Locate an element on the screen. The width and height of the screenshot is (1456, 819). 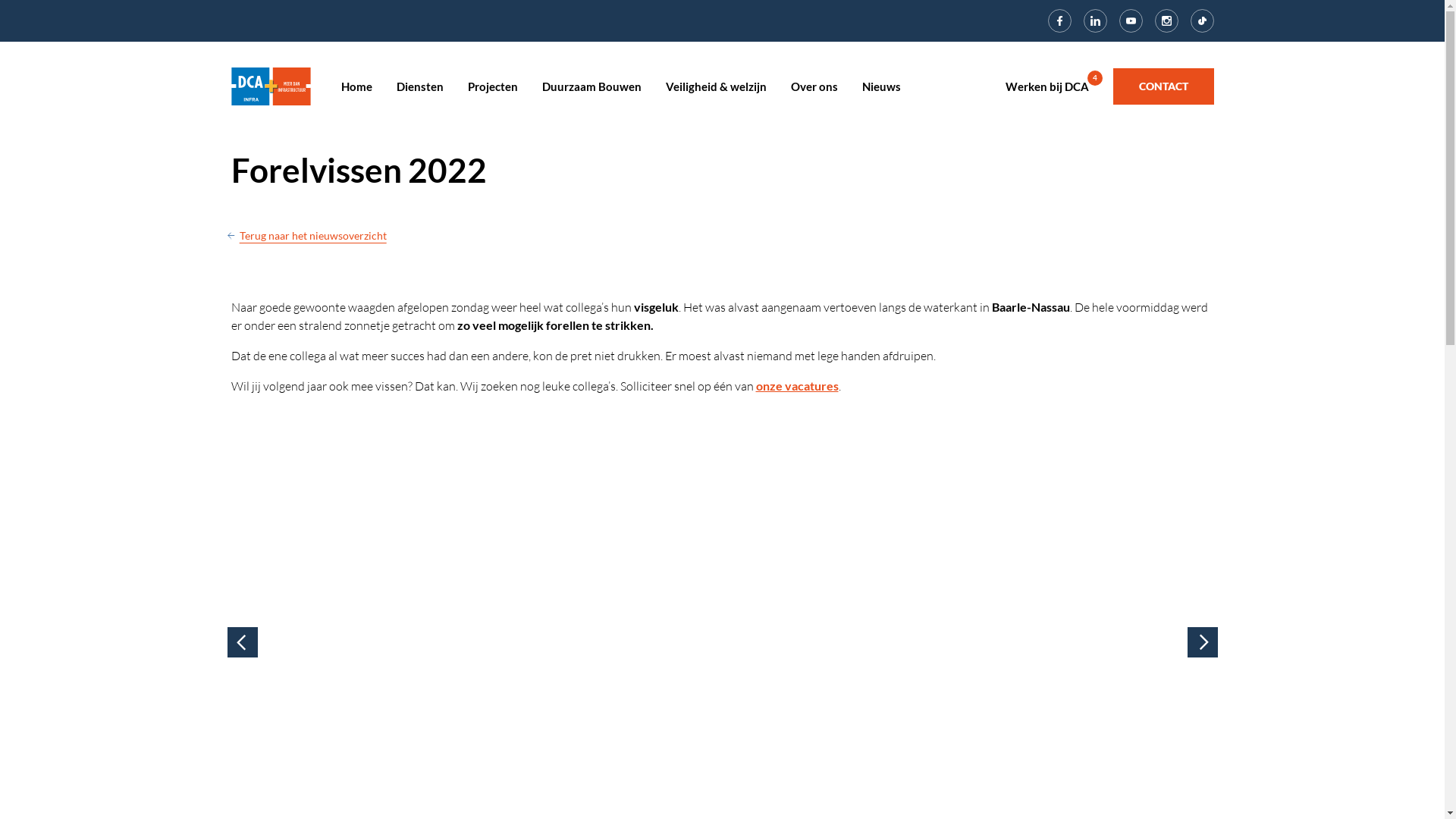
'Previous' is located at coordinates (243, 642).